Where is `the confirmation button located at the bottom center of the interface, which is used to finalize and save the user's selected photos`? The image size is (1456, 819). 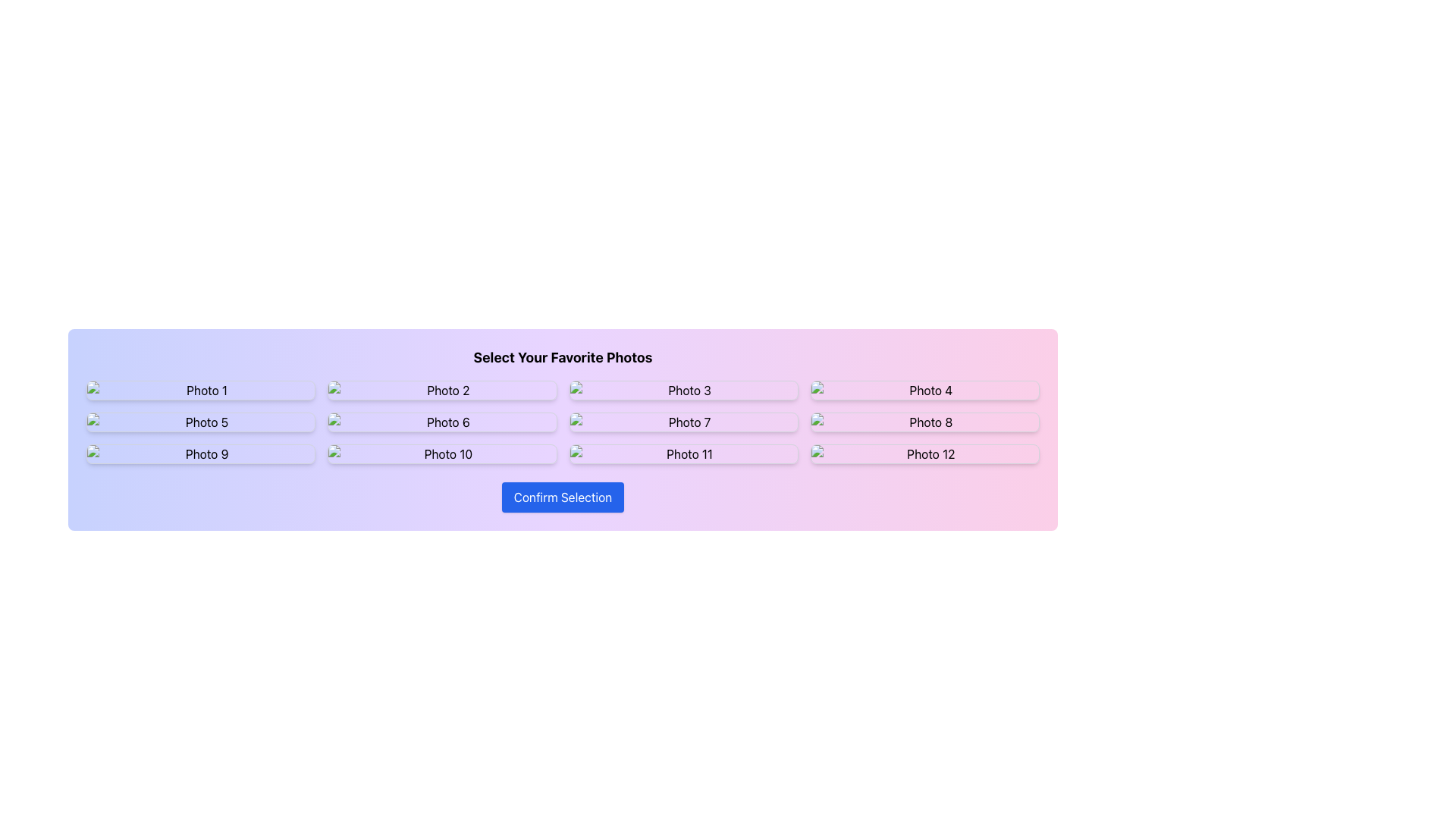
the confirmation button located at the bottom center of the interface, which is used to finalize and save the user's selected photos is located at coordinates (562, 497).